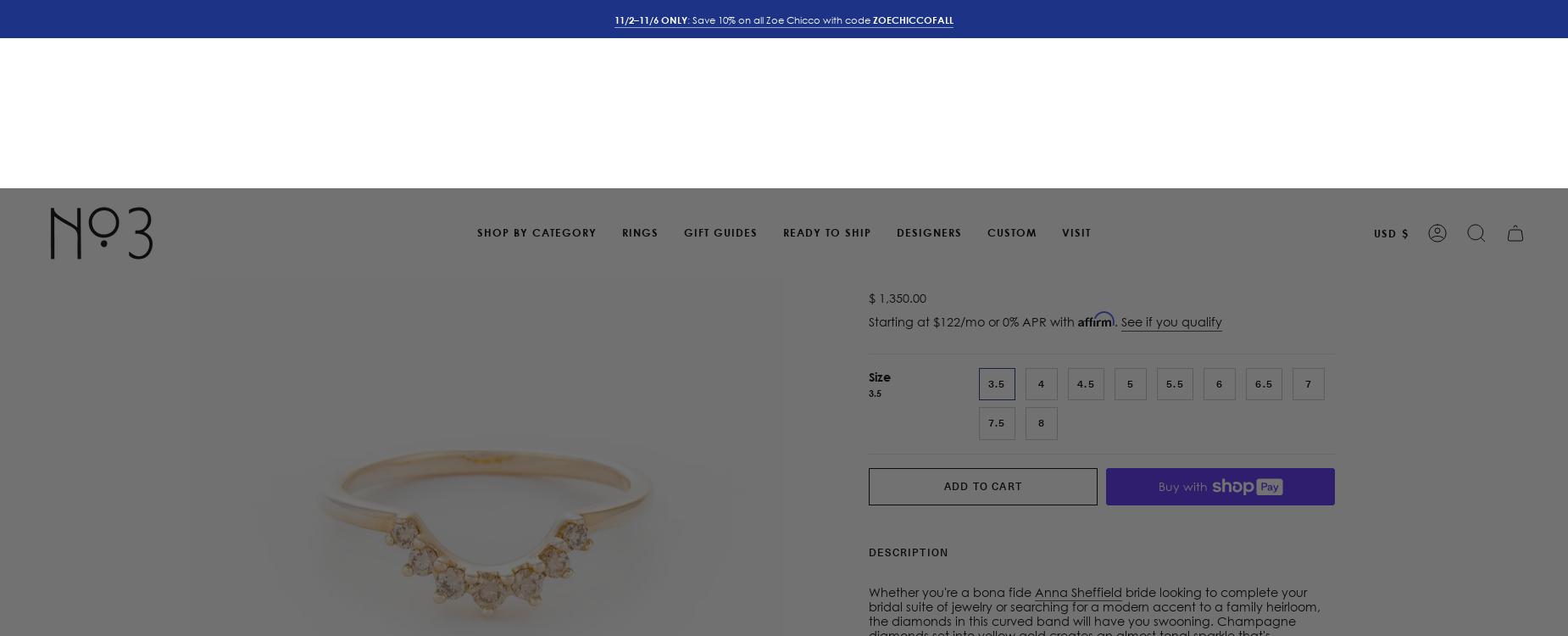 Image resolution: width=1568 pixels, height=636 pixels. Describe the element at coordinates (1219, 193) in the screenshot. I see `'6'` at that location.